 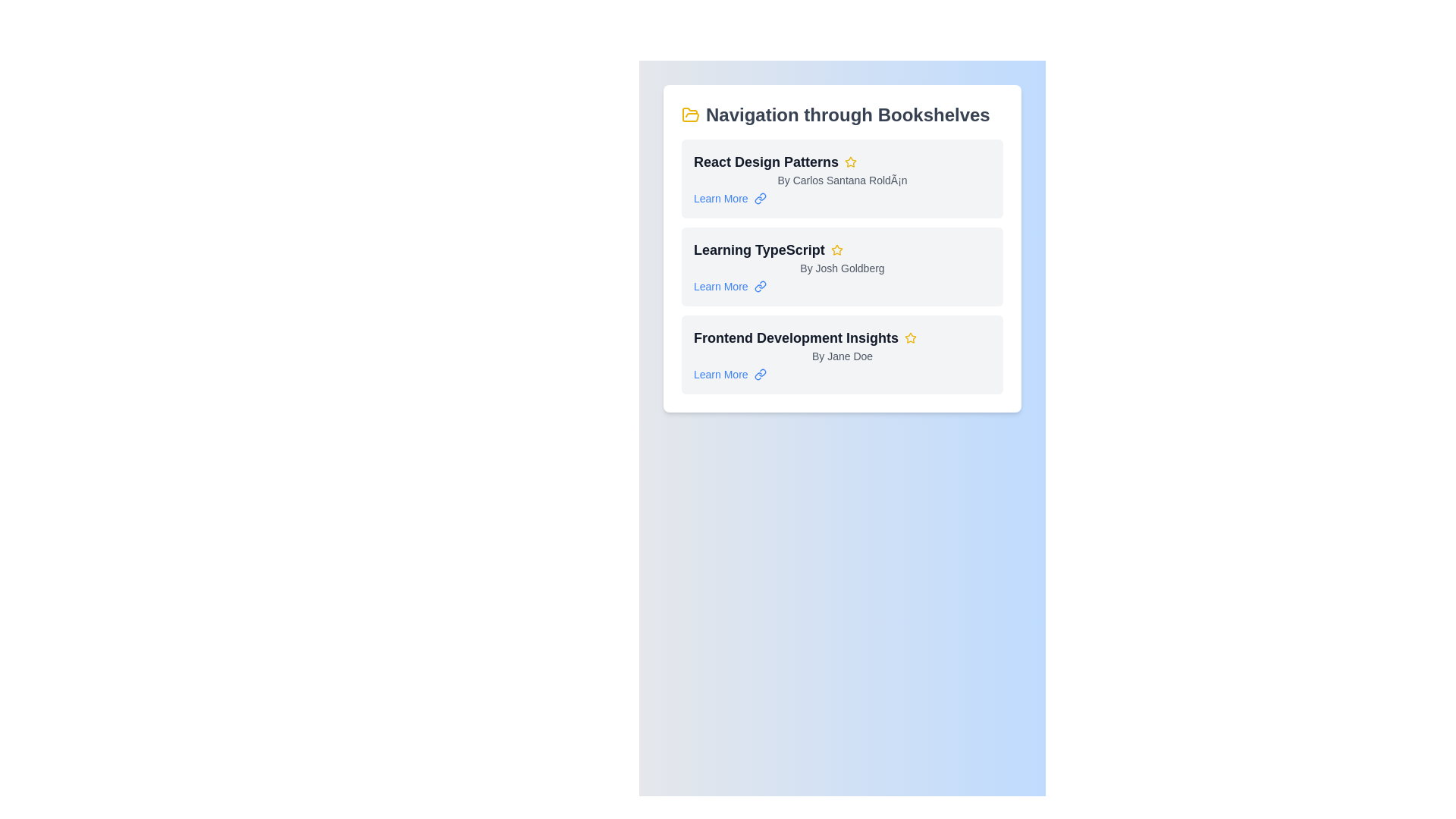 What do you see at coordinates (690, 114) in the screenshot?
I see `the yellow folder icon located to the left of the 'Navigation through Bookshelves' header text` at bounding box center [690, 114].